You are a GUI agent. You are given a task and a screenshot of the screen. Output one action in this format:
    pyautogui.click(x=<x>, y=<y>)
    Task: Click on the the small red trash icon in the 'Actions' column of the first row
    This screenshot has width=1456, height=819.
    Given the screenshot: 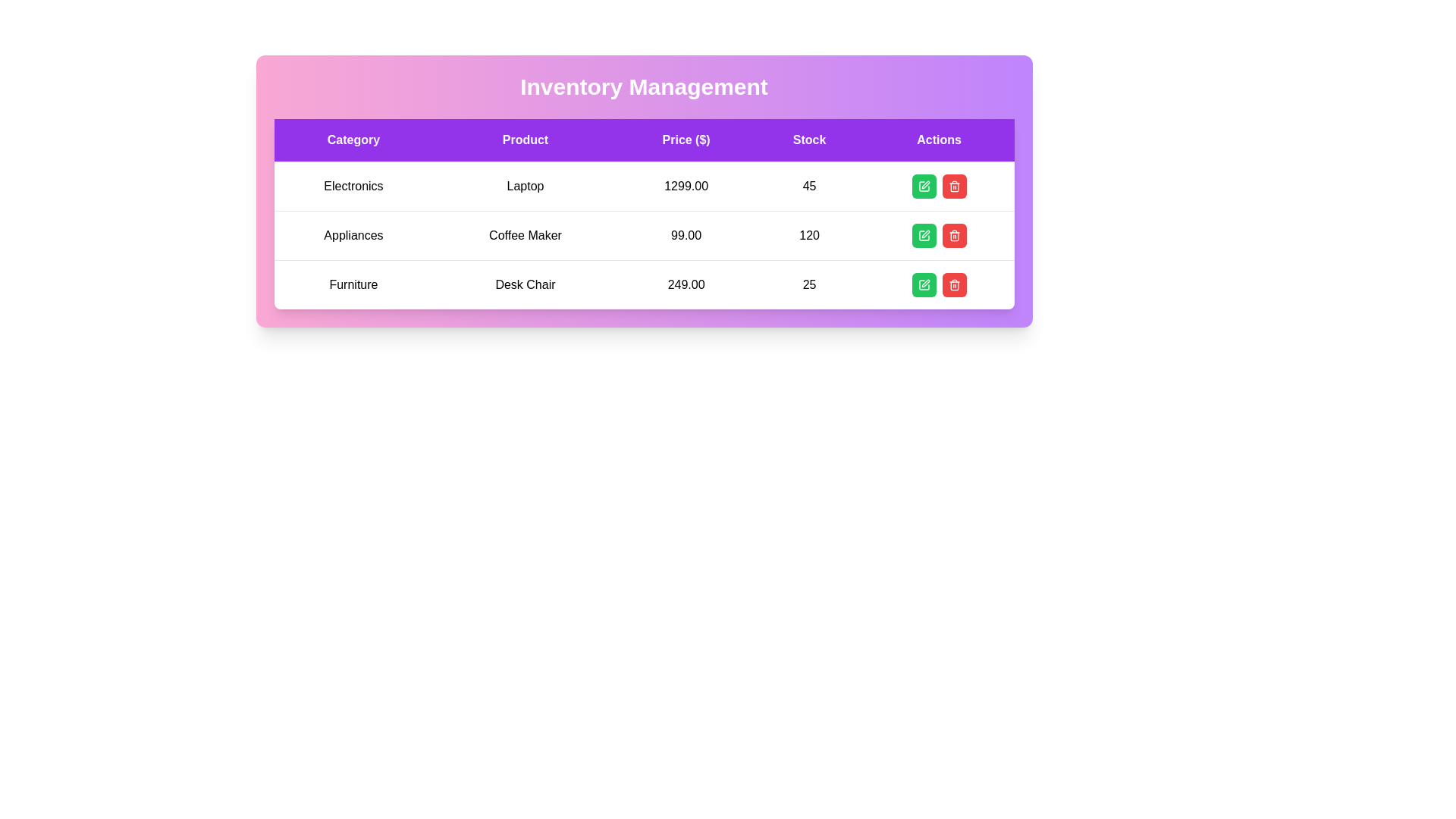 What is the action you would take?
    pyautogui.click(x=953, y=186)
    